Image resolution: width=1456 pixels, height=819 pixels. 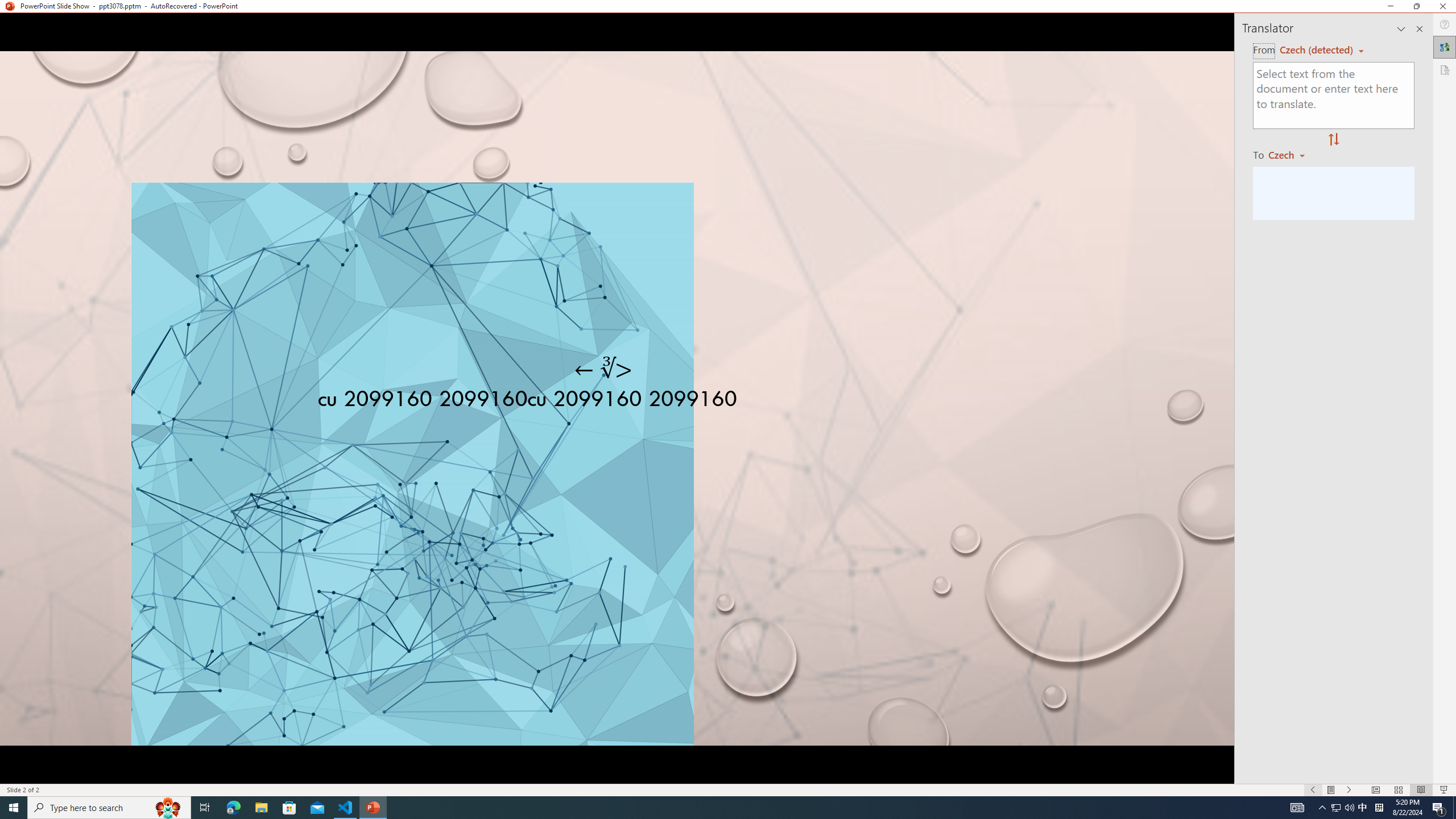 What do you see at coordinates (1349, 790) in the screenshot?
I see `'Slide Show Next On'` at bounding box center [1349, 790].